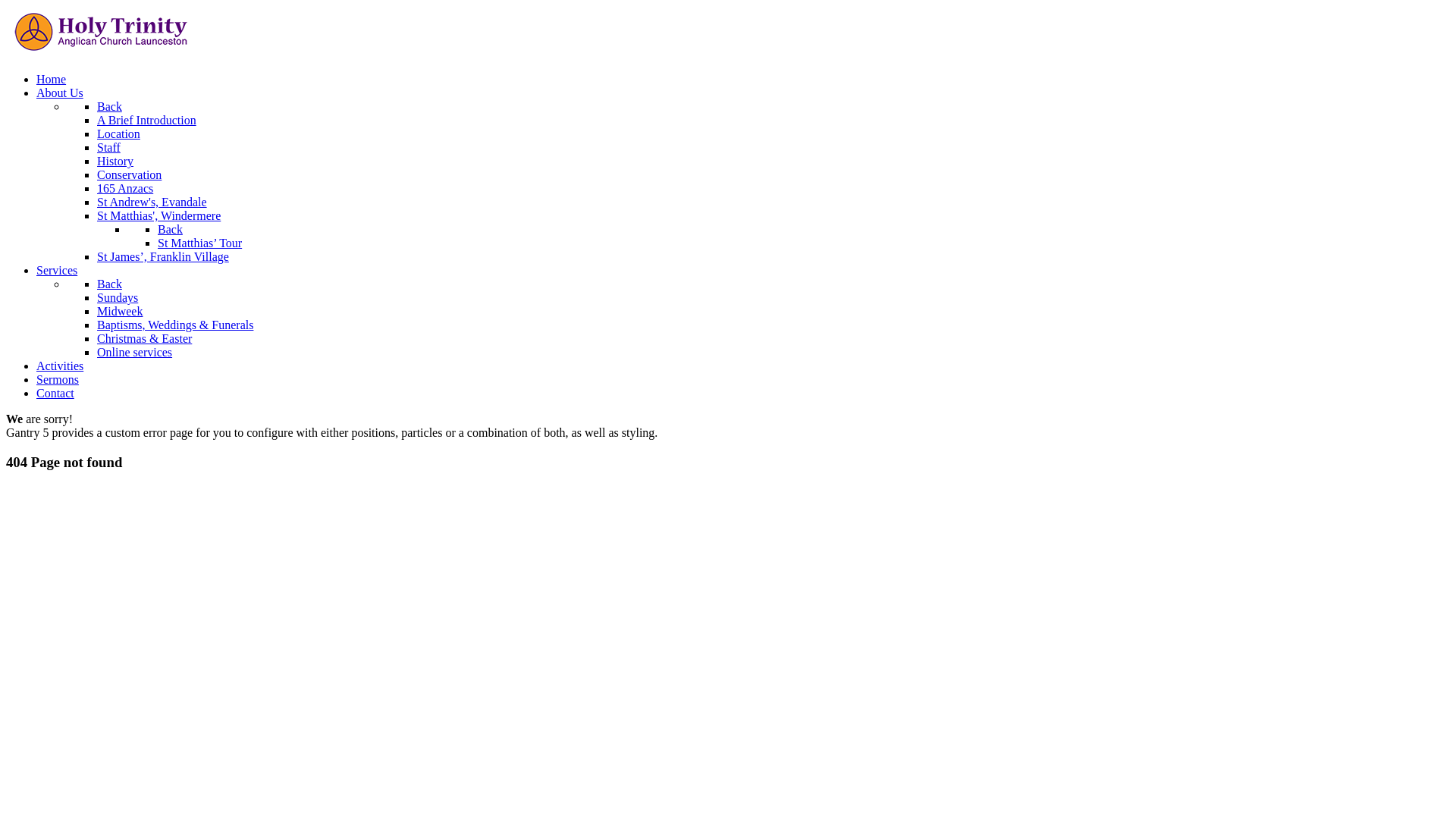 The image size is (1456, 819). What do you see at coordinates (134, 352) in the screenshot?
I see `'Online services'` at bounding box center [134, 352].